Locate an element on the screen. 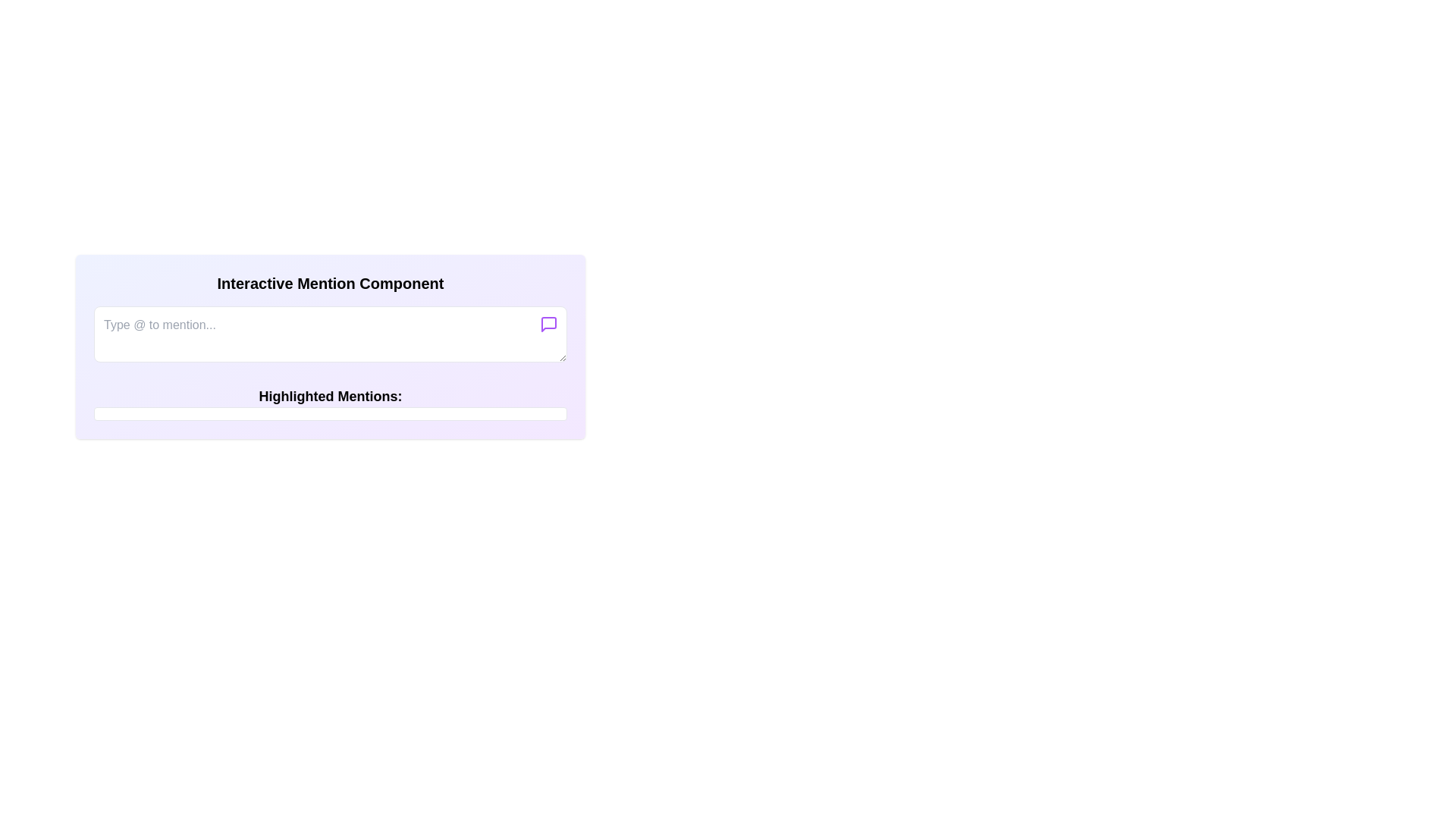 The height and width of the screenshot is (819, 1456). the 'Highlighted Mentions:' text label element that serves as a header for the display area below it is located at coordinates (330, 403).